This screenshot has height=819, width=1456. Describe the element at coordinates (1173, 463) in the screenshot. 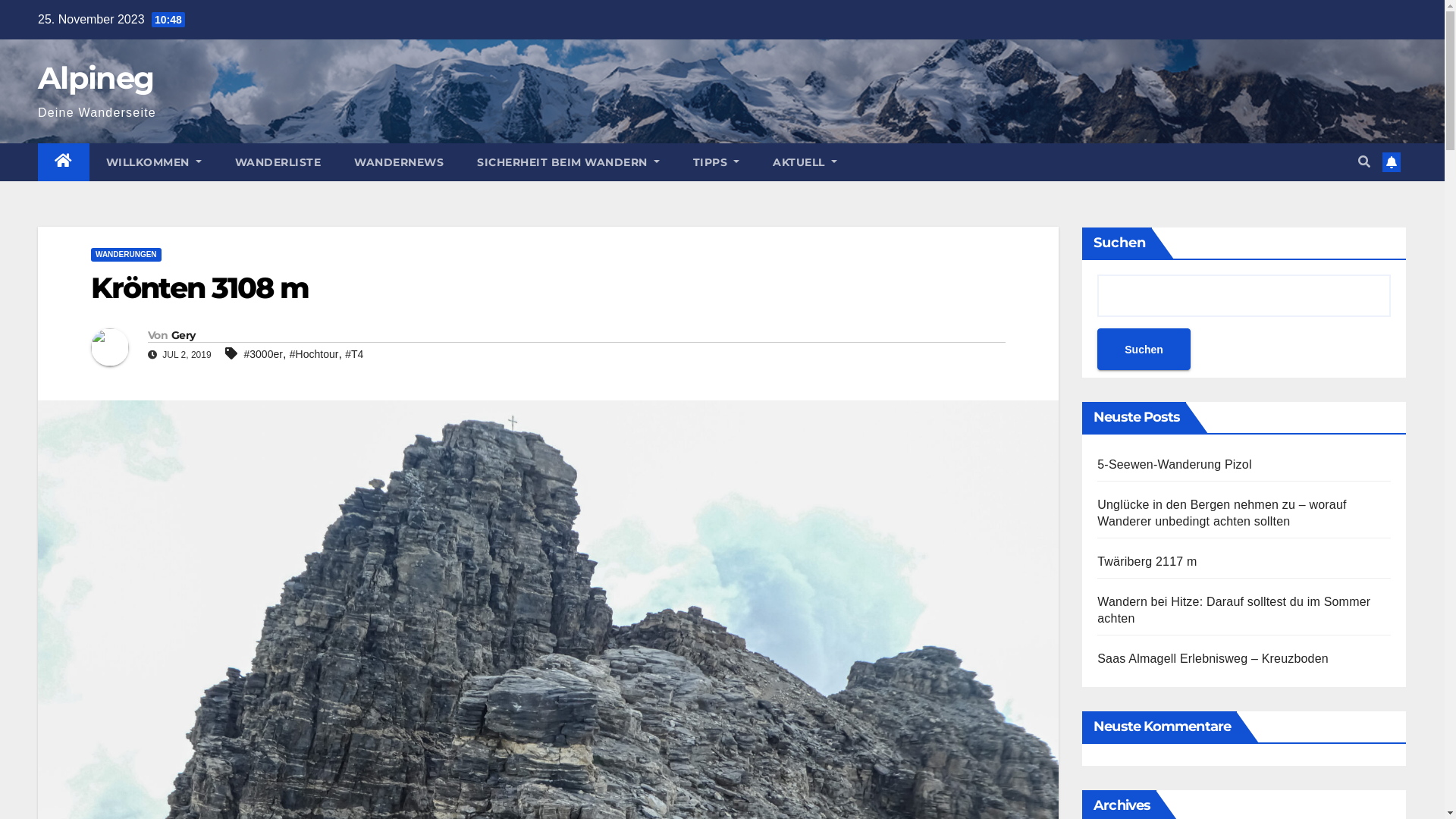

I see `'5-Seewen-Wanderung Pizol'` at that location.